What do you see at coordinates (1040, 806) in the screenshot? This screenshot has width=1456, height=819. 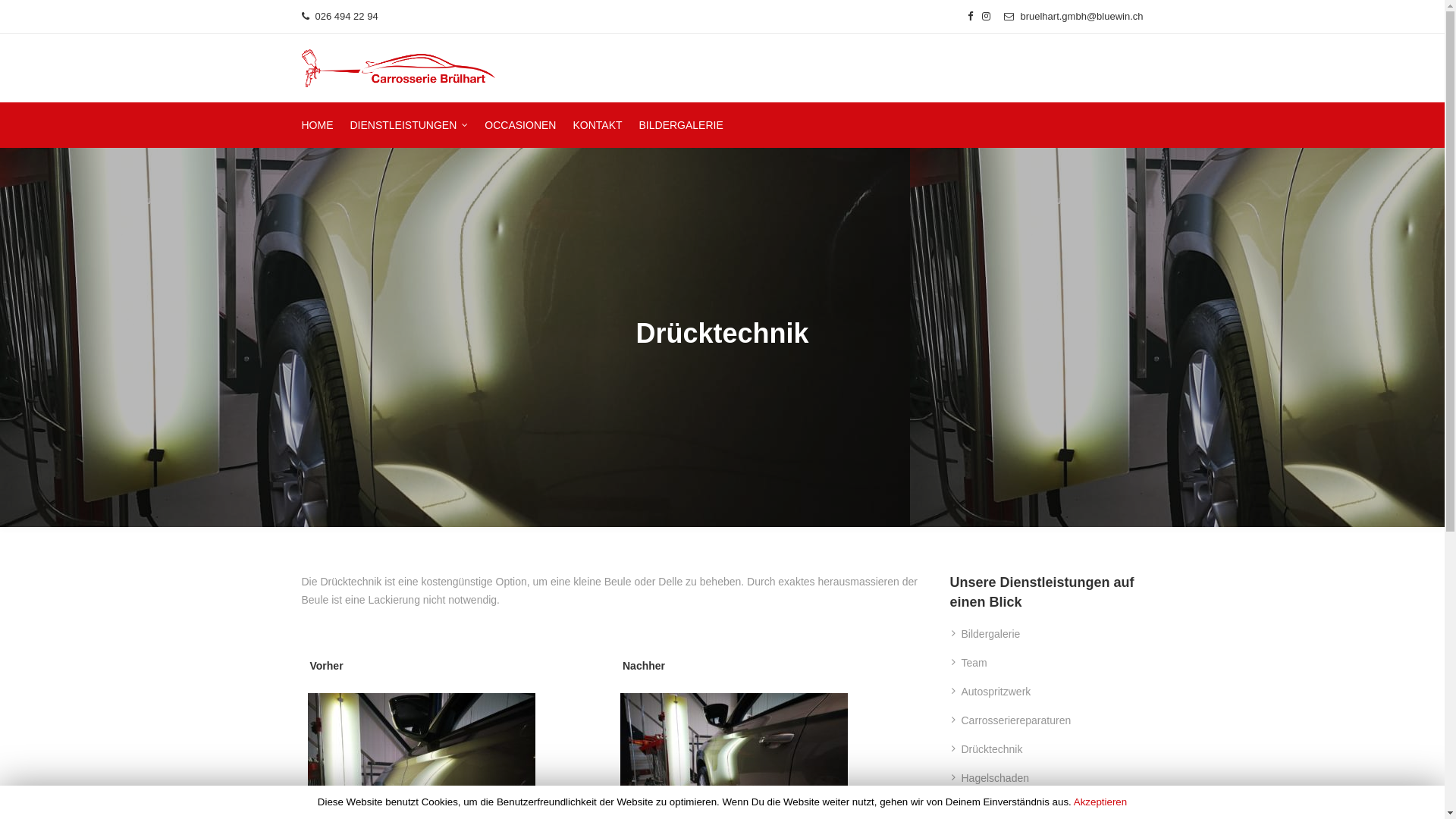 I see `'Scheibenersatz Und Reparaturen'` at bounding box center [1040, 806].